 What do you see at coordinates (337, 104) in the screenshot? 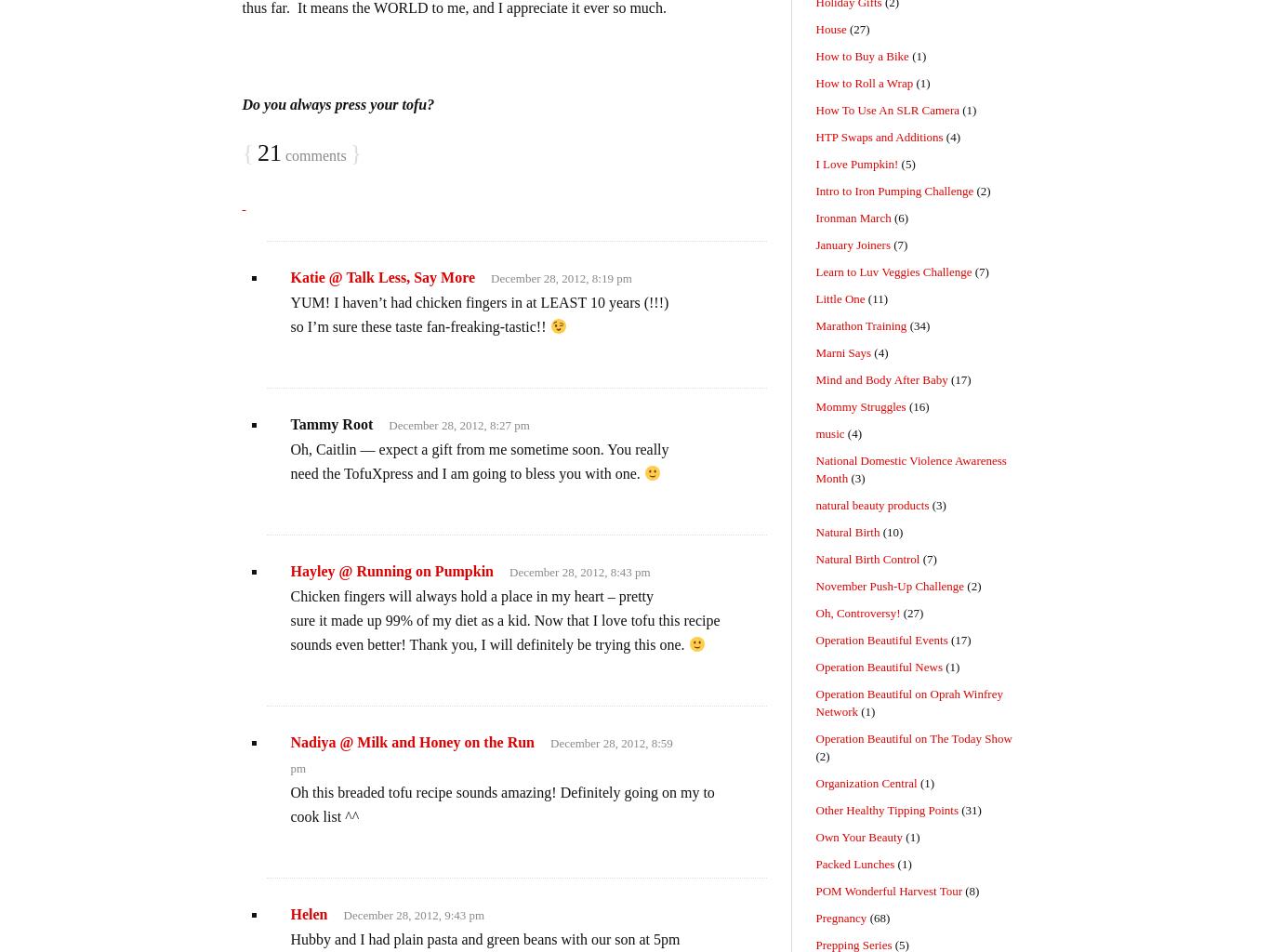
I see `'Do you always press your tofu?'` at bounding box center [337, 104].